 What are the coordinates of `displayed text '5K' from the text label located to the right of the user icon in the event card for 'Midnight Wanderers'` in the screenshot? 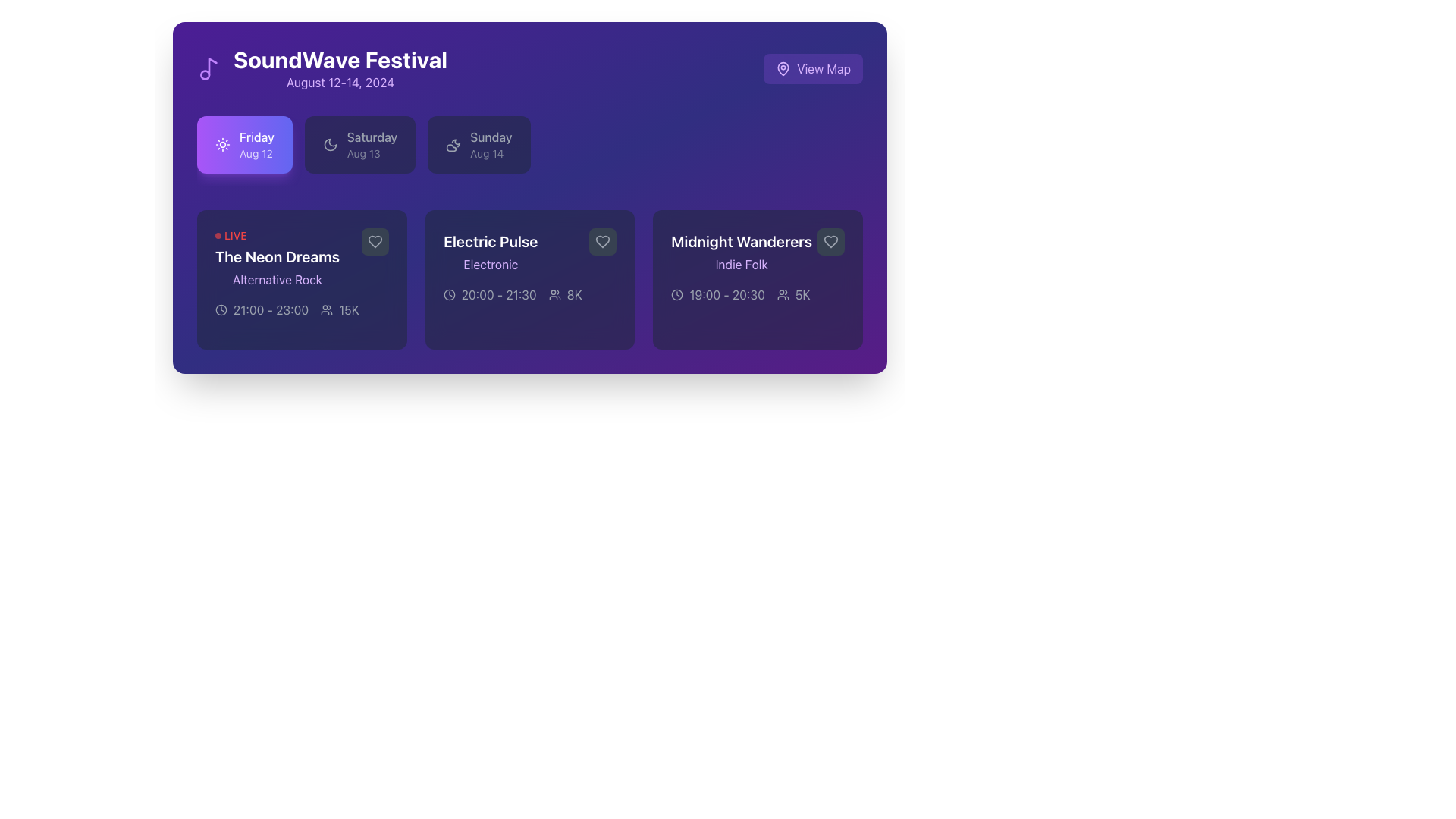 It's located at (802, 295).